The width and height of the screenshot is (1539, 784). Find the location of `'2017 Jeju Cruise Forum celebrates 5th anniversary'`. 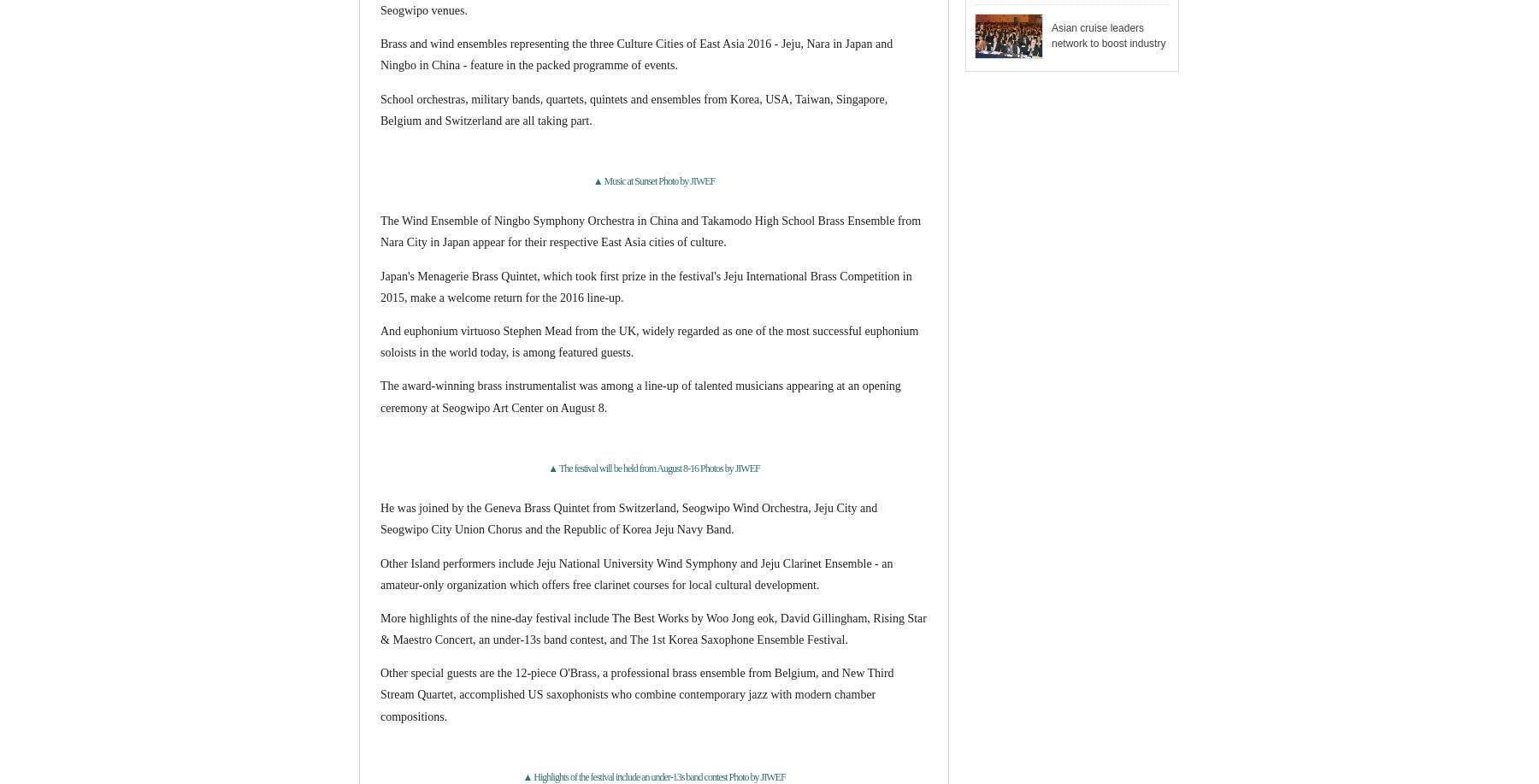

'2017 Jeju Cruise Forum celebrates 5th anniversary' is located at coordinates (1054, 43).